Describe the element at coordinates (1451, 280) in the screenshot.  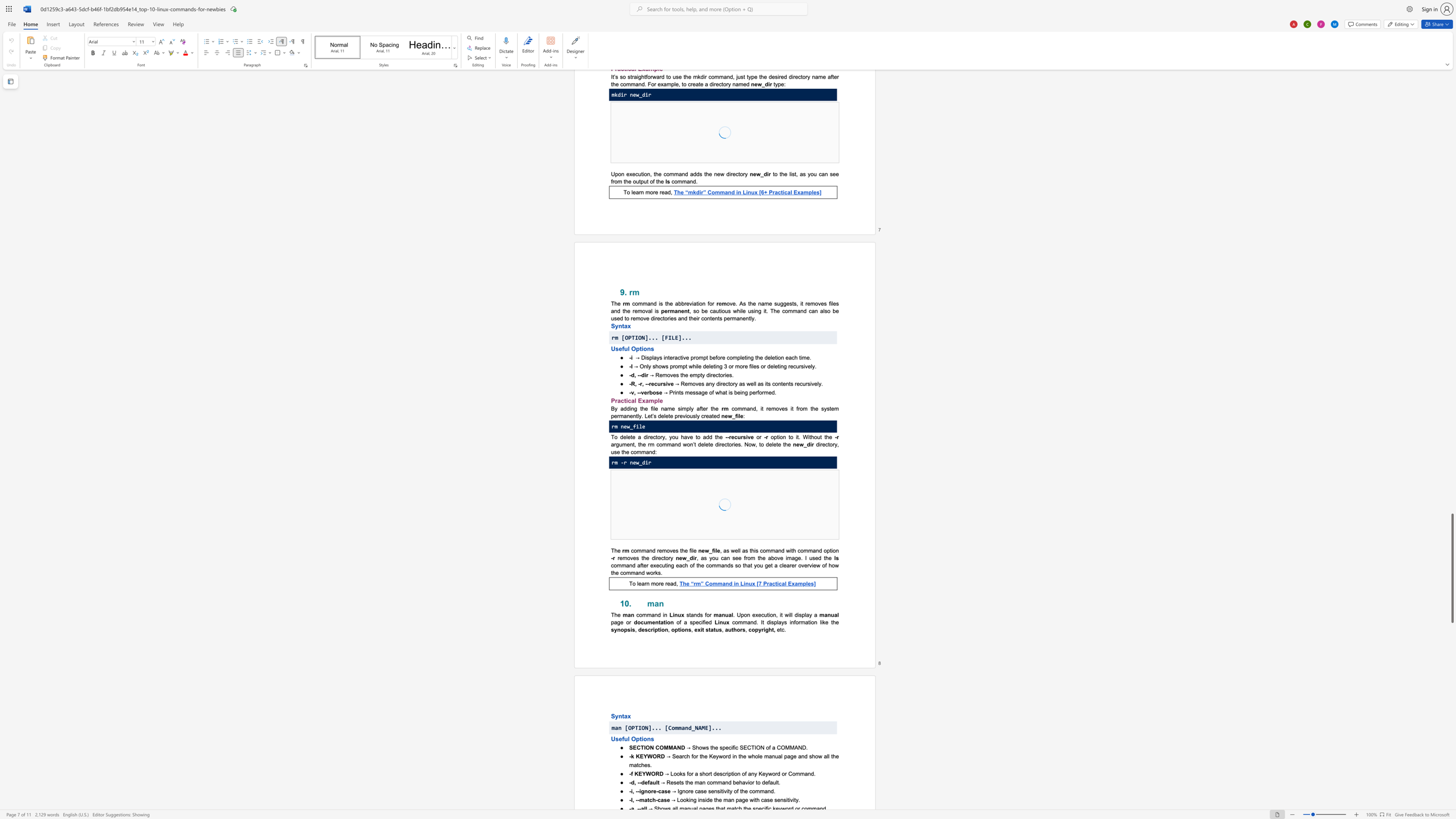
I see `the scrollbar on the right to move the page upward` at that location.